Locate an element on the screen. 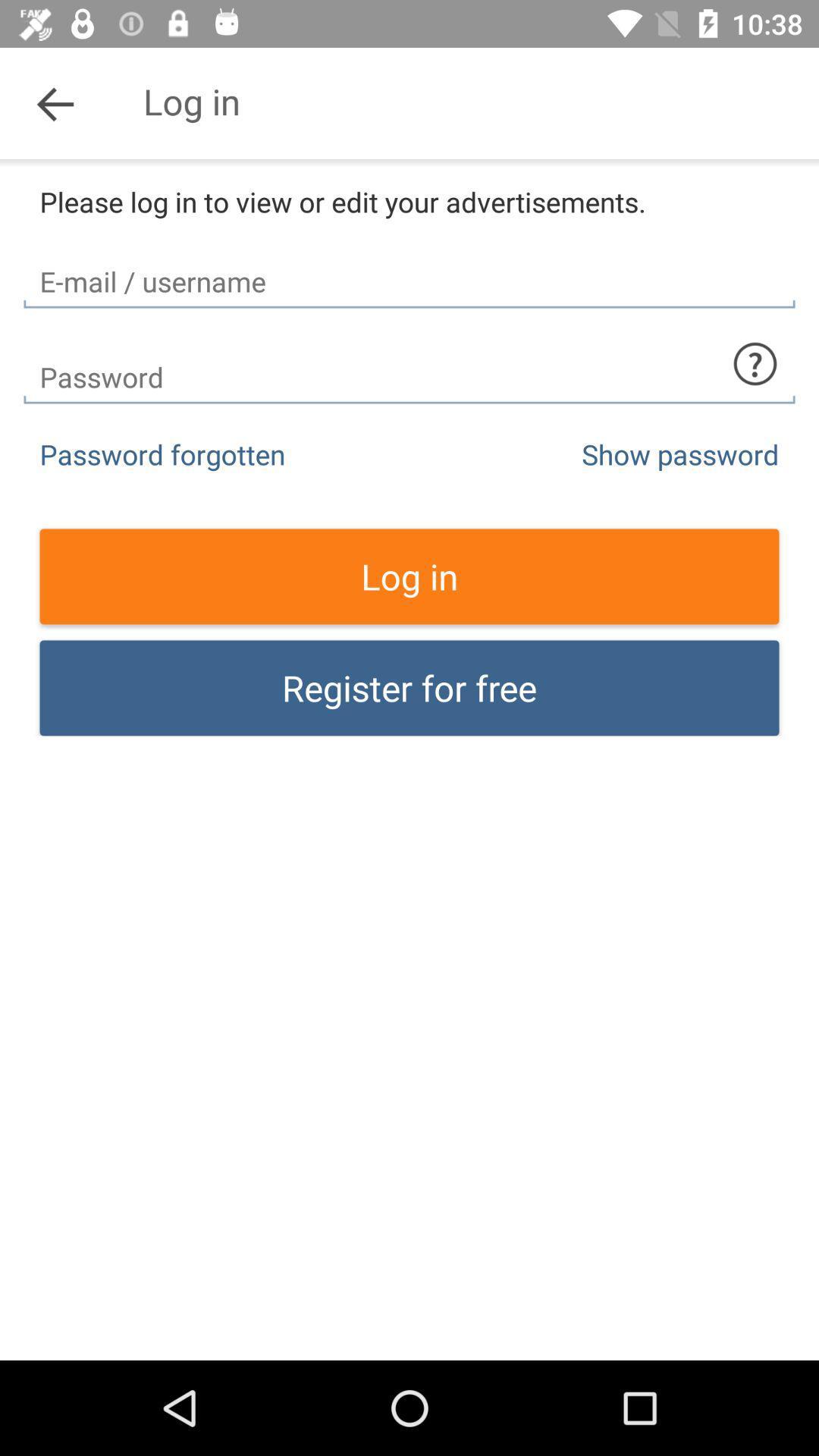 The height and width of the screenshot is (1456, 819). item above the log in item is located at coordinates (679, 453).